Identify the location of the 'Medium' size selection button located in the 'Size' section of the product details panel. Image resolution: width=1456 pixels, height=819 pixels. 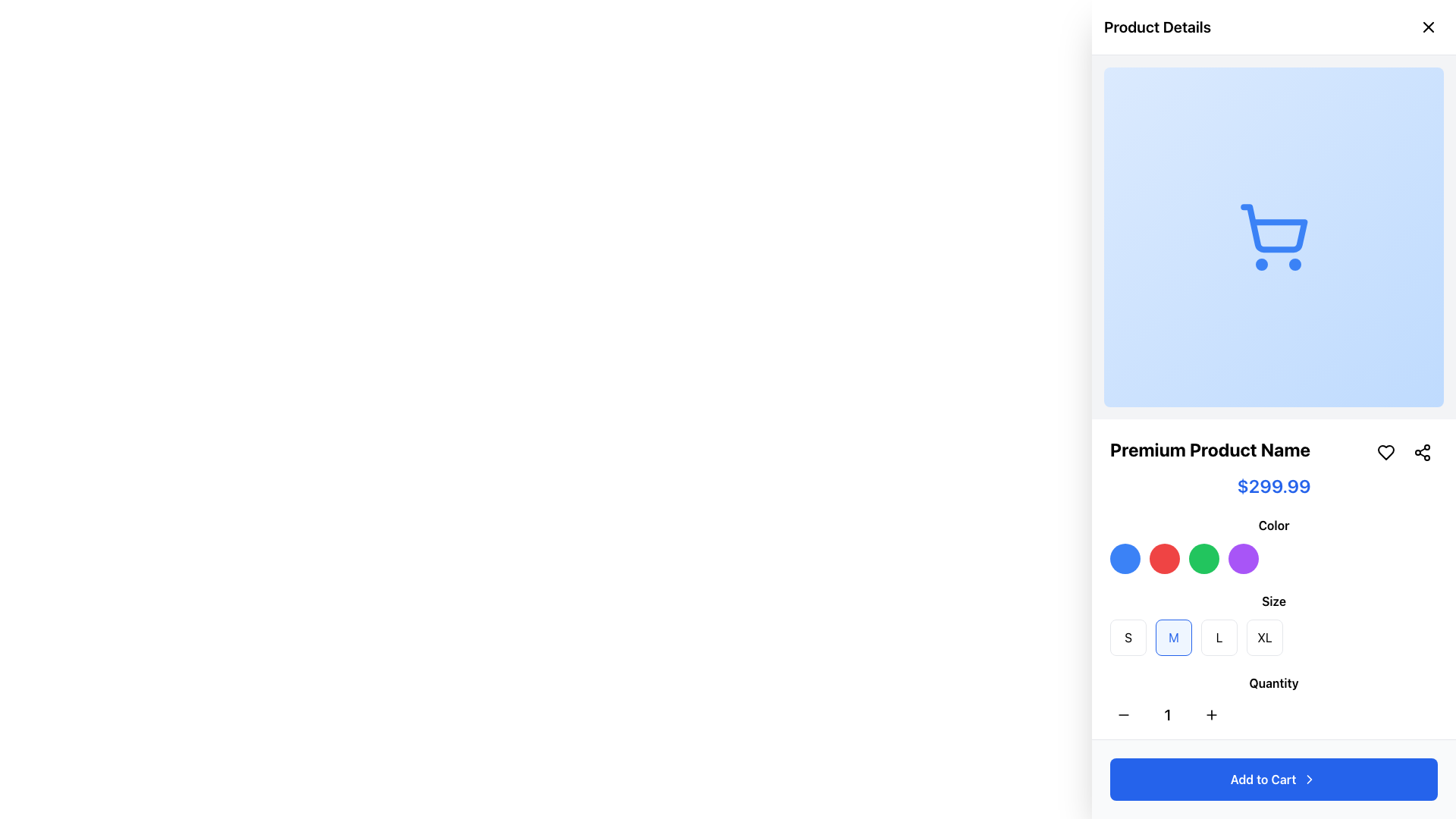
(1173, 637).